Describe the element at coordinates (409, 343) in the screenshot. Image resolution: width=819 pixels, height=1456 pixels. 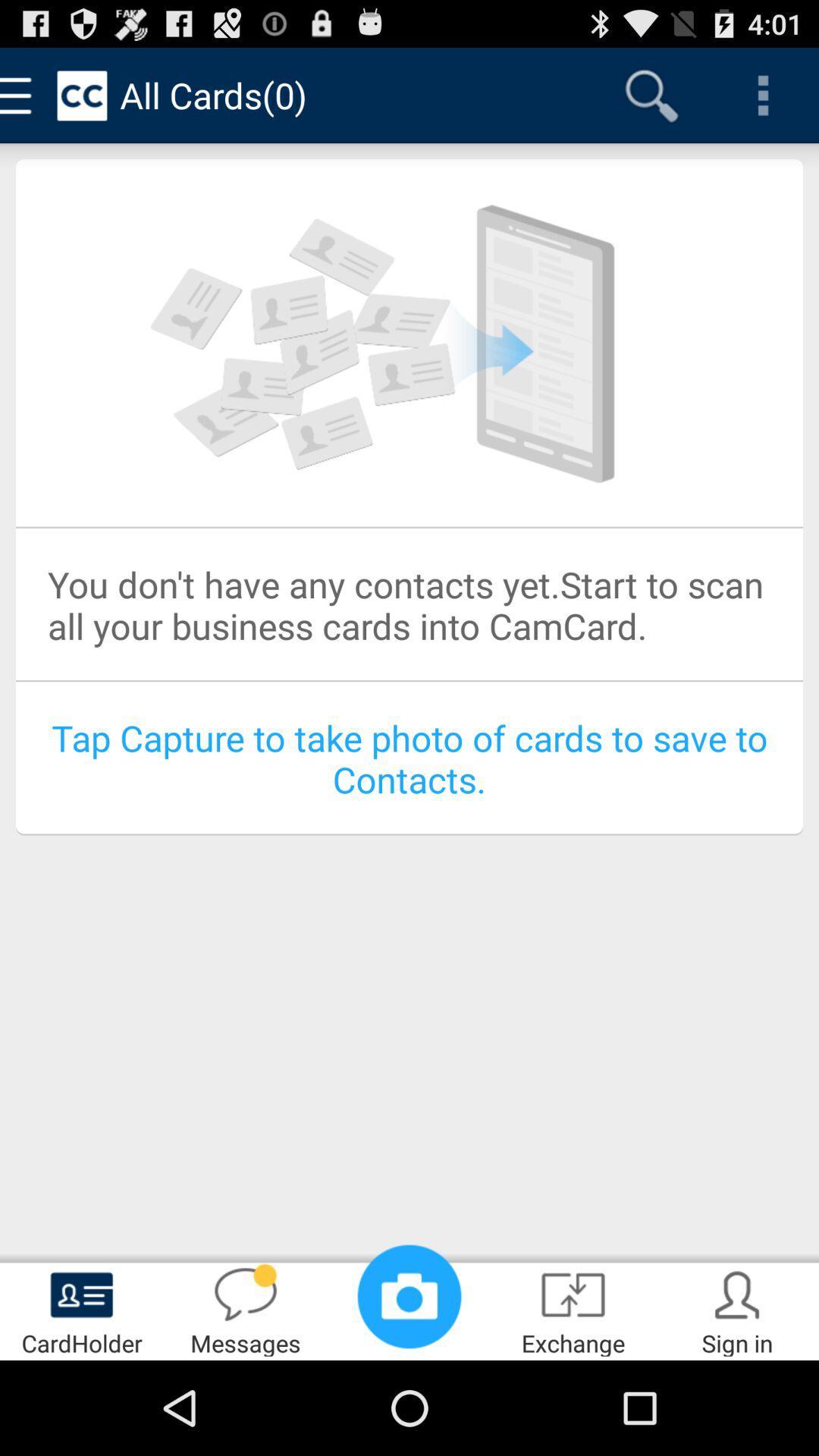
I see `to image which is under the all cards` at that location.